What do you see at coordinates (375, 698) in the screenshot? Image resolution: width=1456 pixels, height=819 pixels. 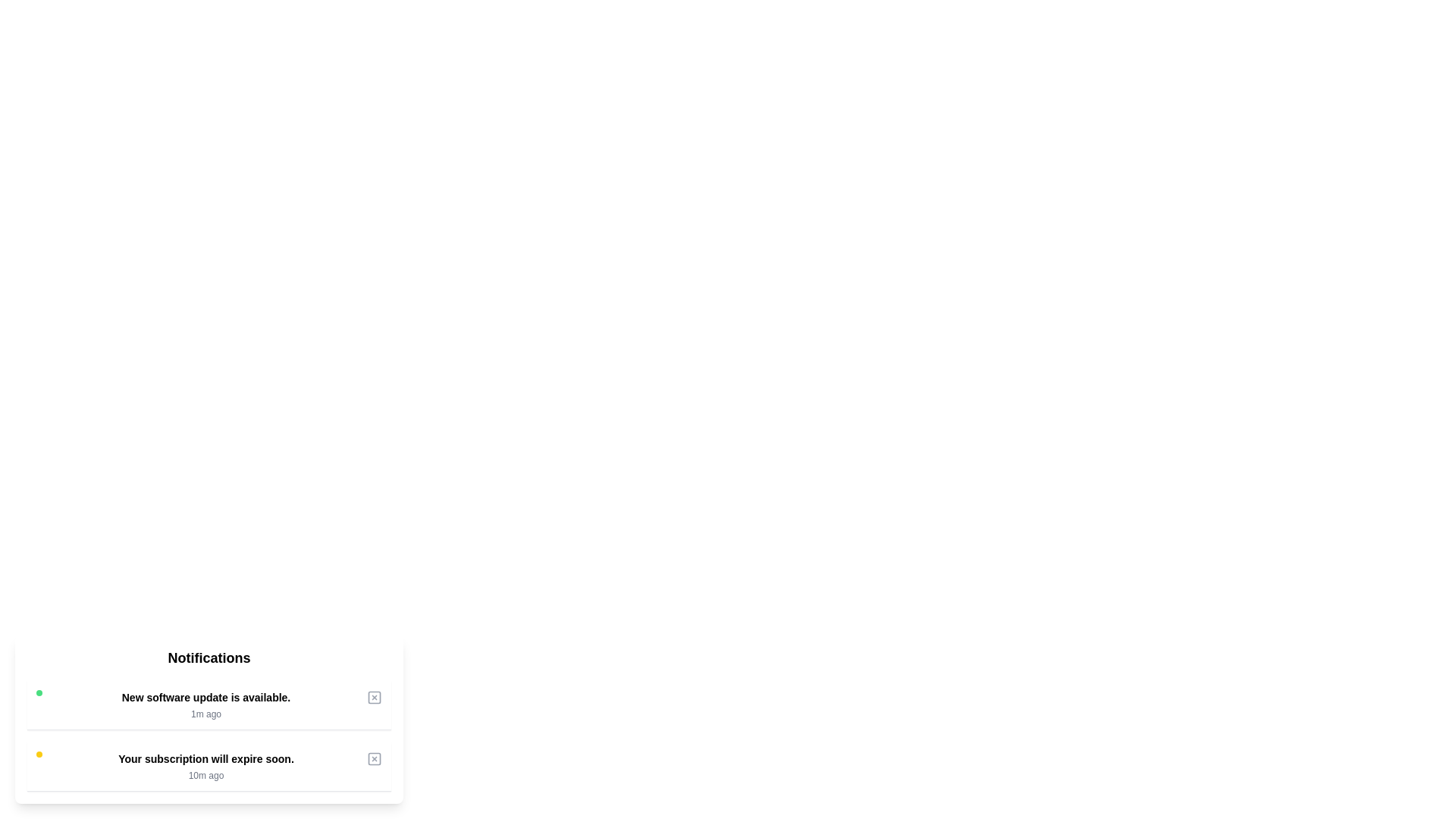 I see `the Close button, which is a small square with rounded corners and a cross inside, located in the upper right corner of the notification panel titled 'New software update is available.'` at bounding box center [375, 698].